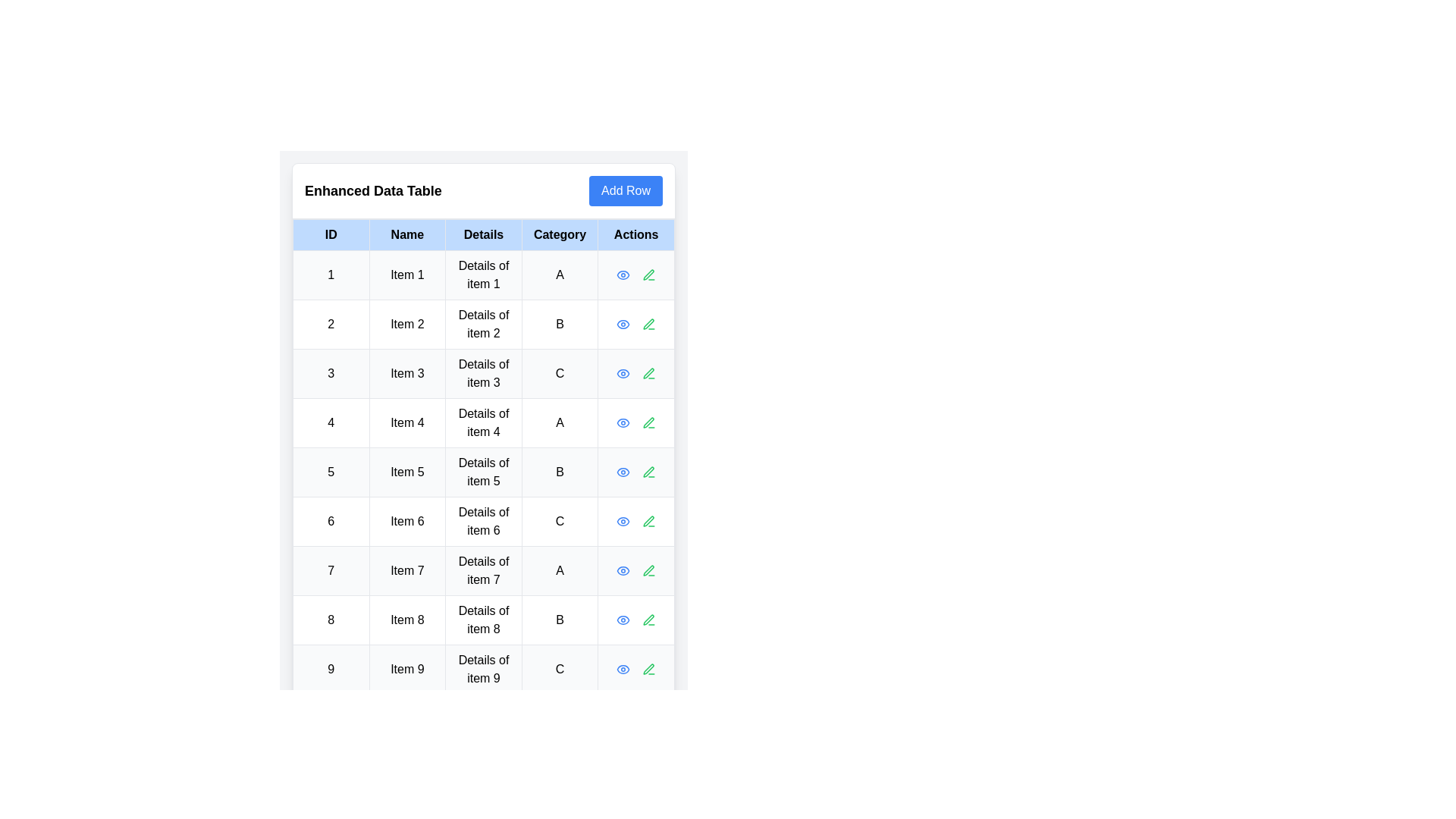 This screenshot has width=1456, height=819. Describe the element at coordinates (649, 423) in the screenshot. I see `the green pen icon in the 'Actions' column of the fourth row of the data table` at that location.